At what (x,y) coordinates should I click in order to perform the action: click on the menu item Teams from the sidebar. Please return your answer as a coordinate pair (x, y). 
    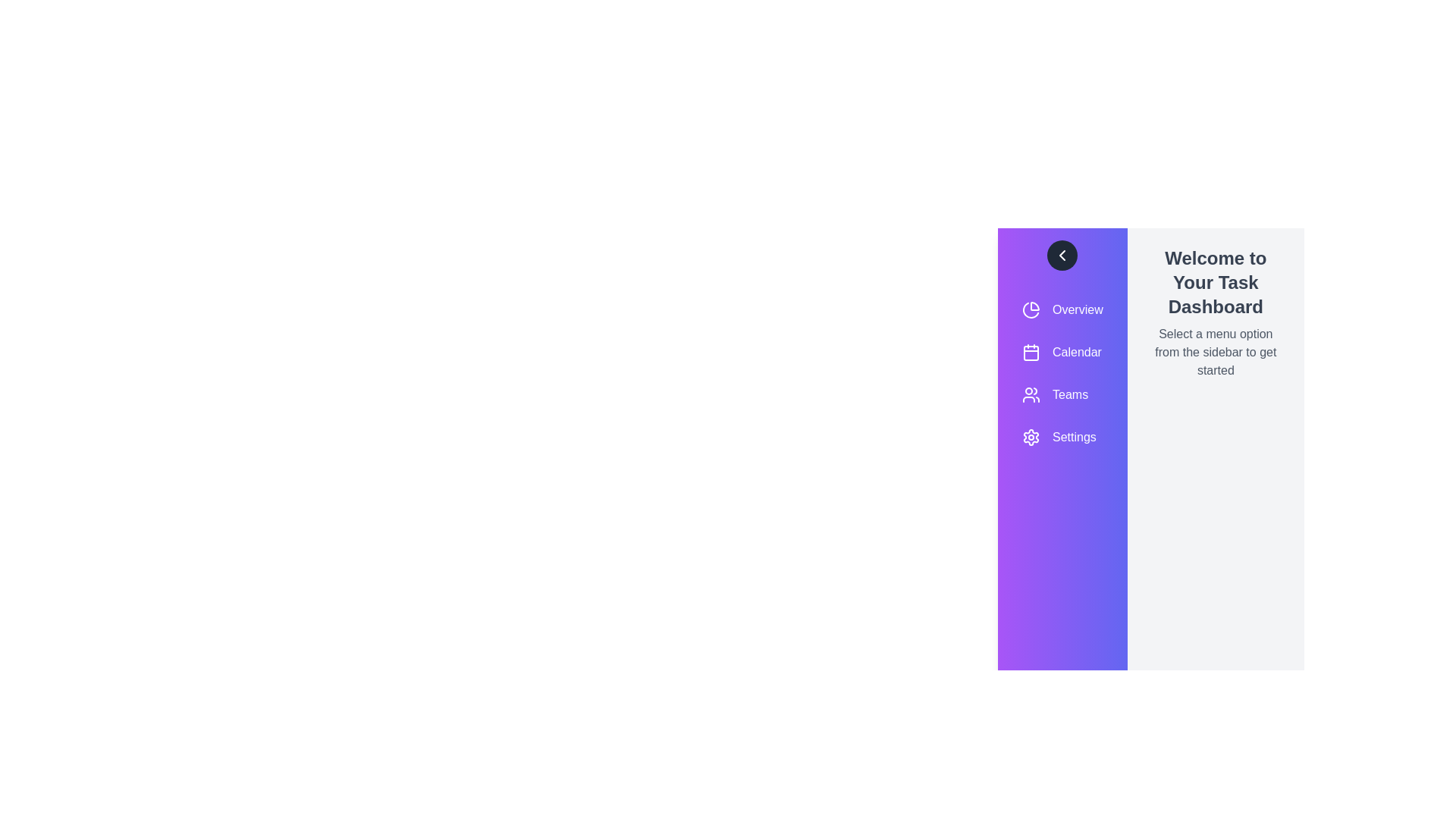
    Looking at the image, I should click on (1062, 394).